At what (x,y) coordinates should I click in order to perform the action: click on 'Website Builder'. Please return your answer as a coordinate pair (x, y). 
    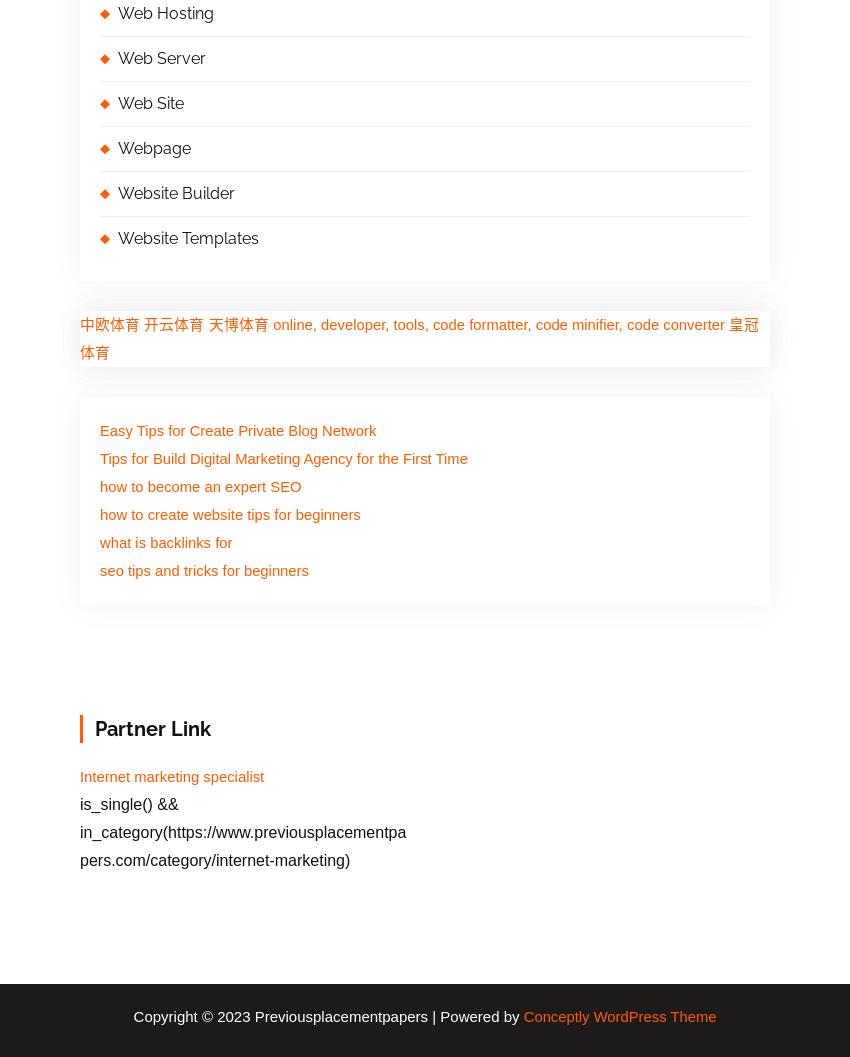
    Looking at the image, I should click on (175, 193).